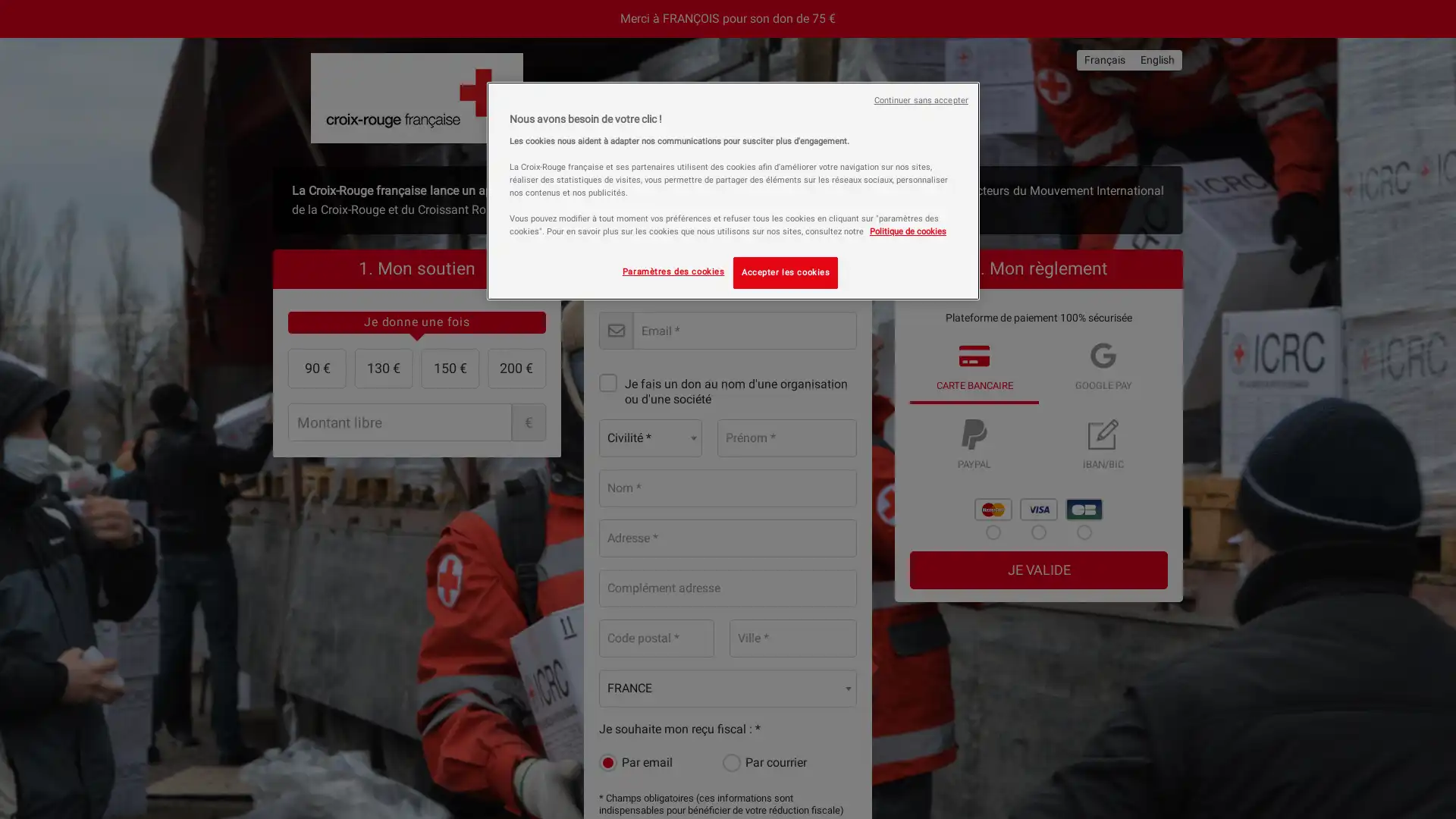  Describe the element at coordinates (672, 271) in the screenshot. I see `Parametres des cookies` at that location.